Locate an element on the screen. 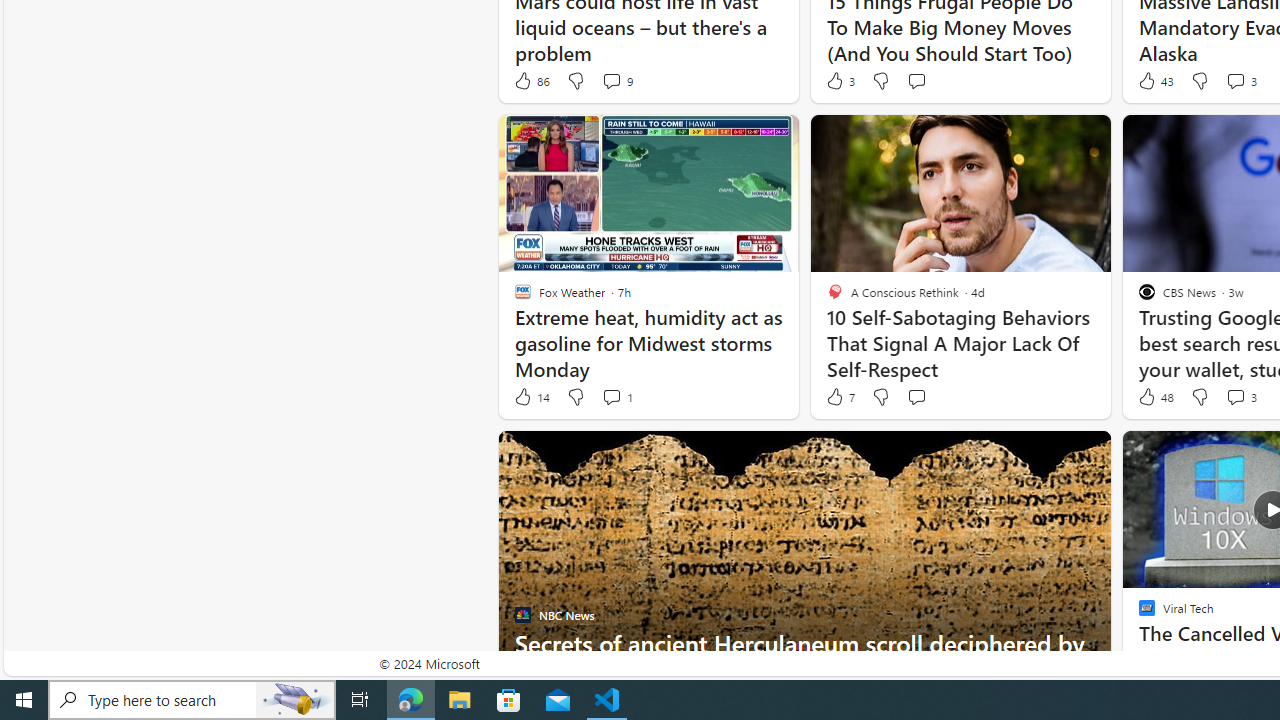  '7 Like' is located at coordinates (839, 397).